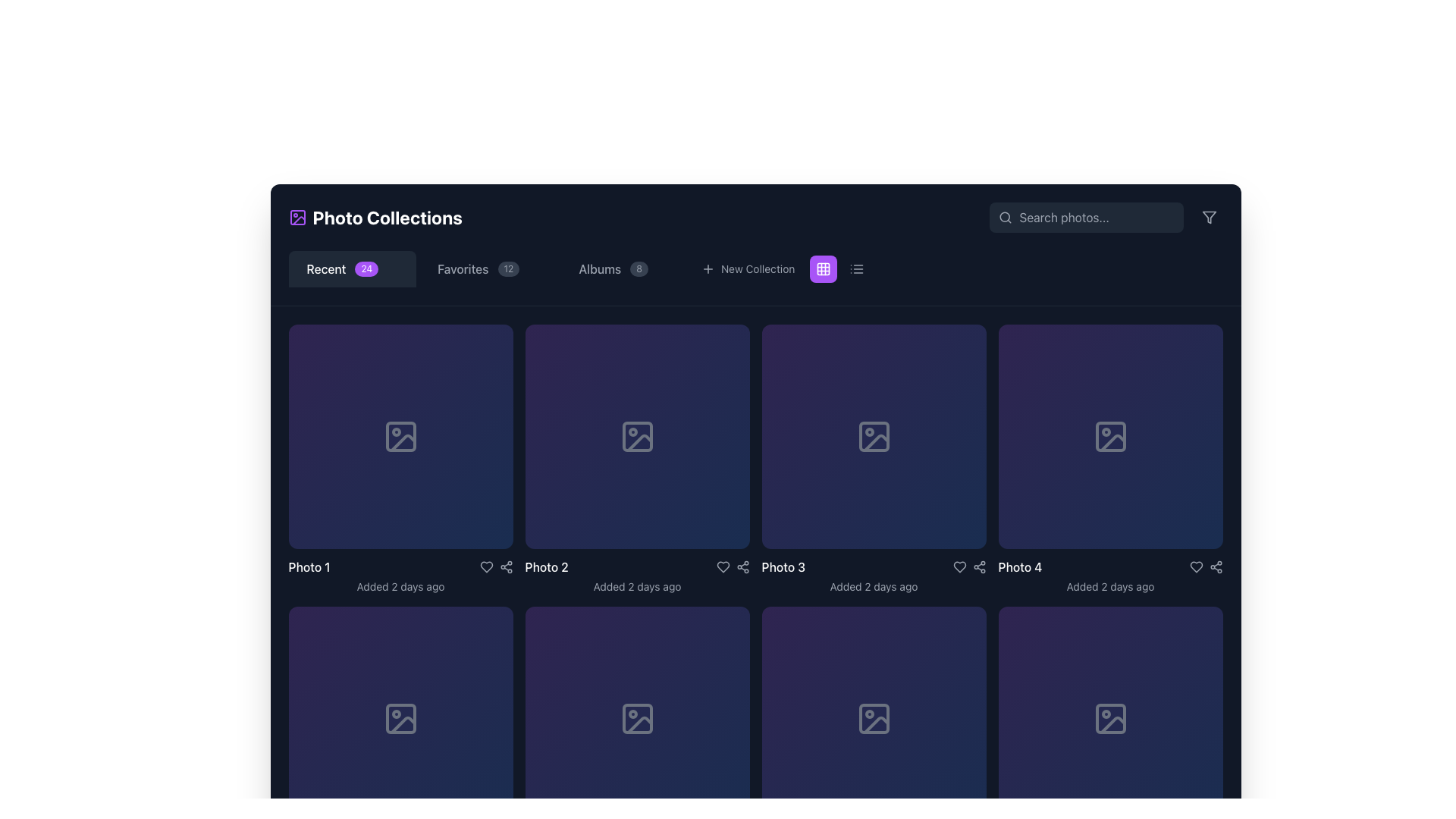 Image resolution: width=1456 pixels, height=819 pixels. What do you see at coordinates (297, 217) in the screenshot?
I see `the blank square-shaped graphic with rounded corners located in the top-left corner of the application's header, next to the 'Photo Collections' text` at bounding box center [297, 217].